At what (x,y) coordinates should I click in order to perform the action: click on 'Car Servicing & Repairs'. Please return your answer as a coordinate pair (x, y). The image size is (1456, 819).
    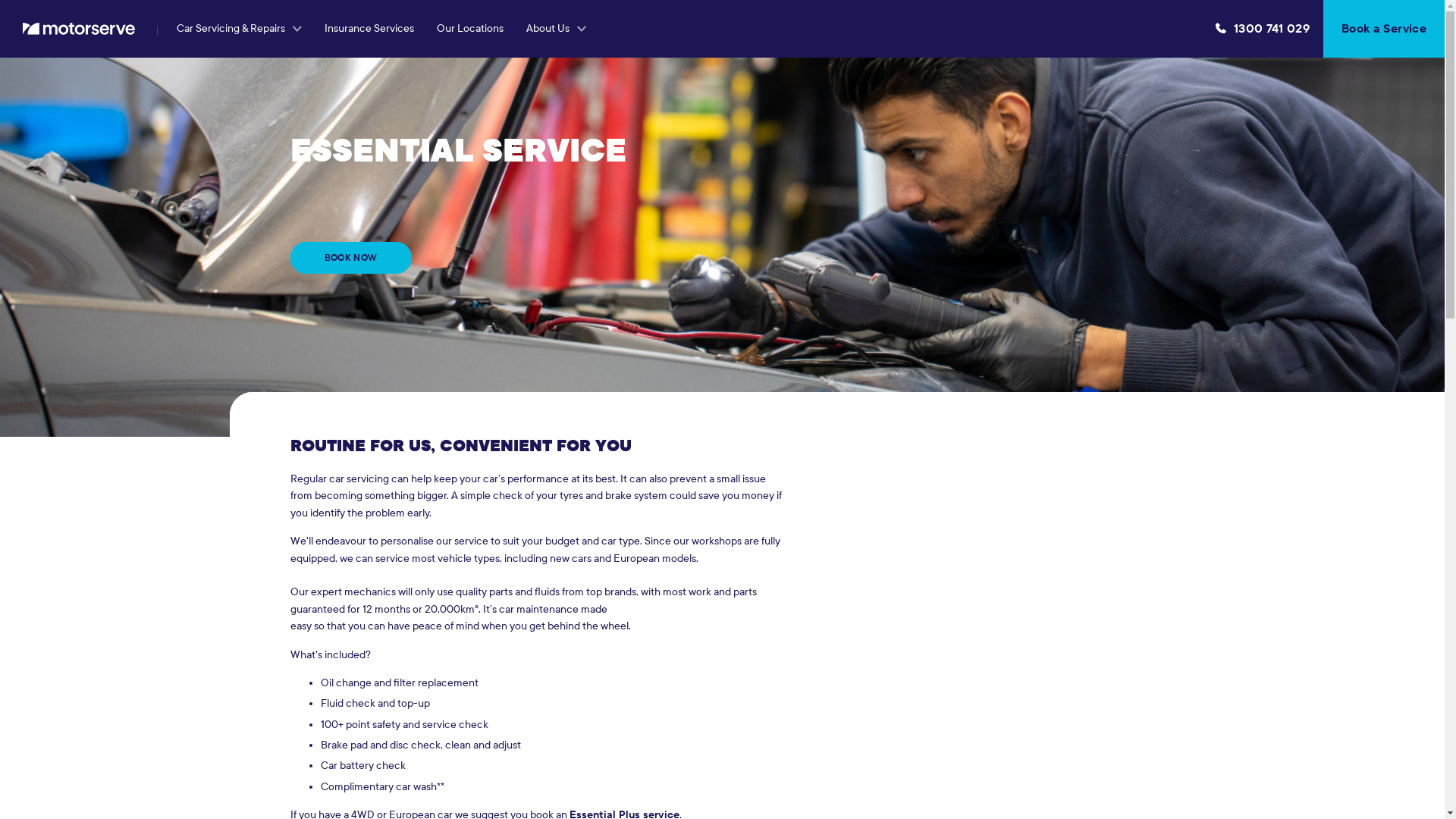
    Looking at the image, I should click on (238, 29).